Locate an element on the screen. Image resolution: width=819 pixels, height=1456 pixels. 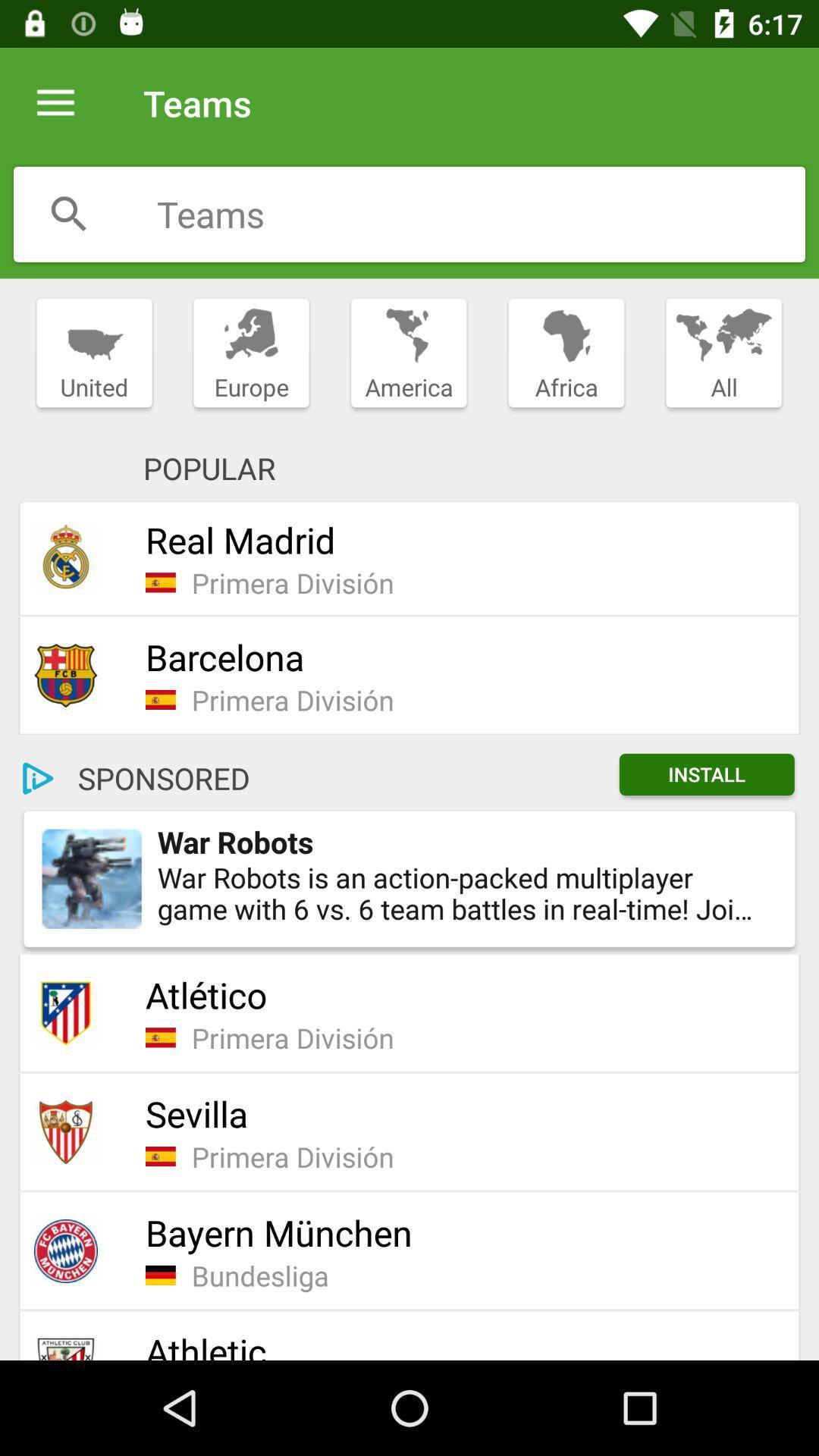
bundesliga item is located at coordinates (485, 1275).